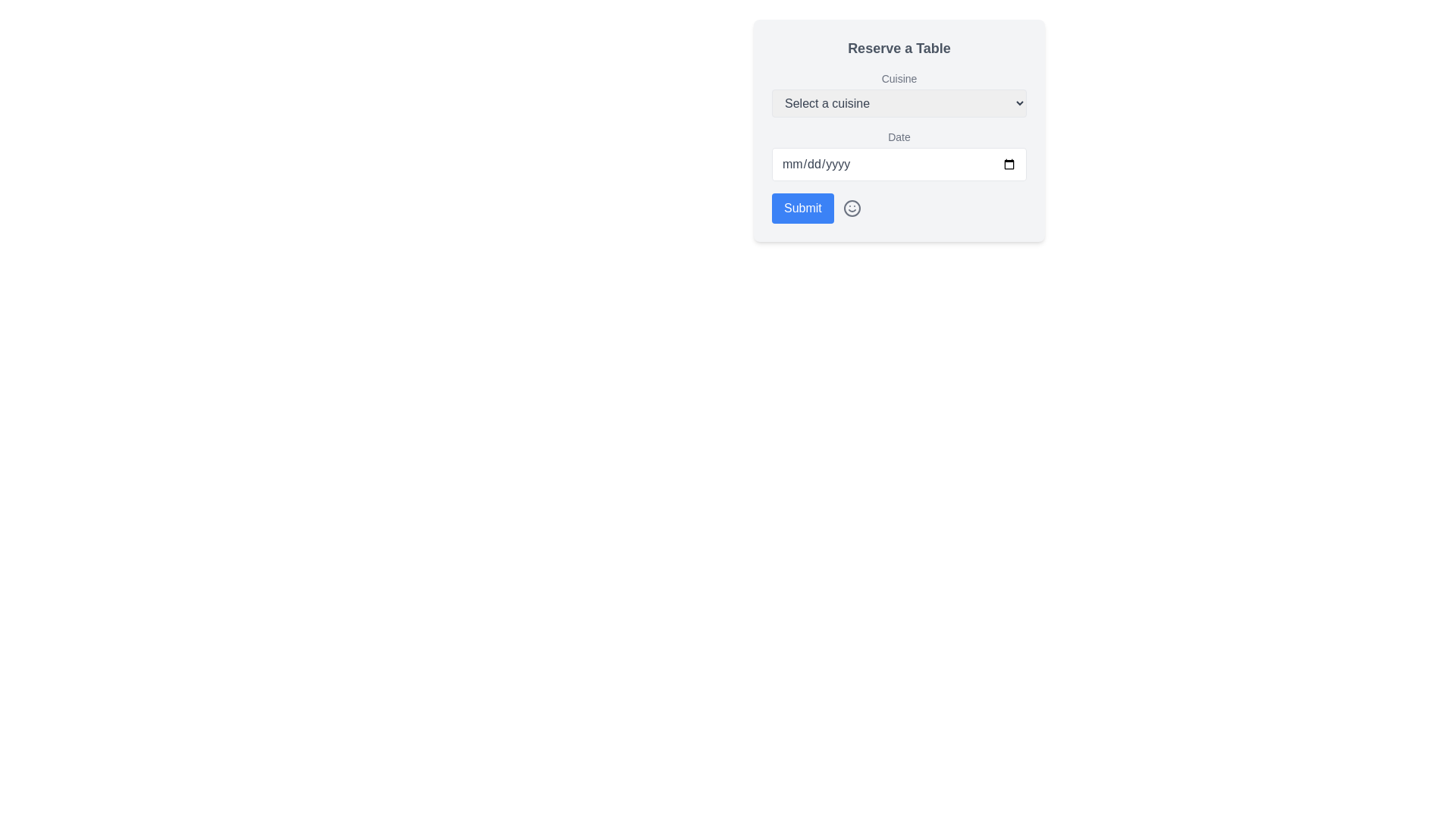 This screenshot has width=1456, height=819. Describe the element at coordinates (899, 48) in the screenshot. I see `the text header 'Reserve a Table' which is styled with bold, large-sized gray font and positioned at the top of a card-like section` at that location.